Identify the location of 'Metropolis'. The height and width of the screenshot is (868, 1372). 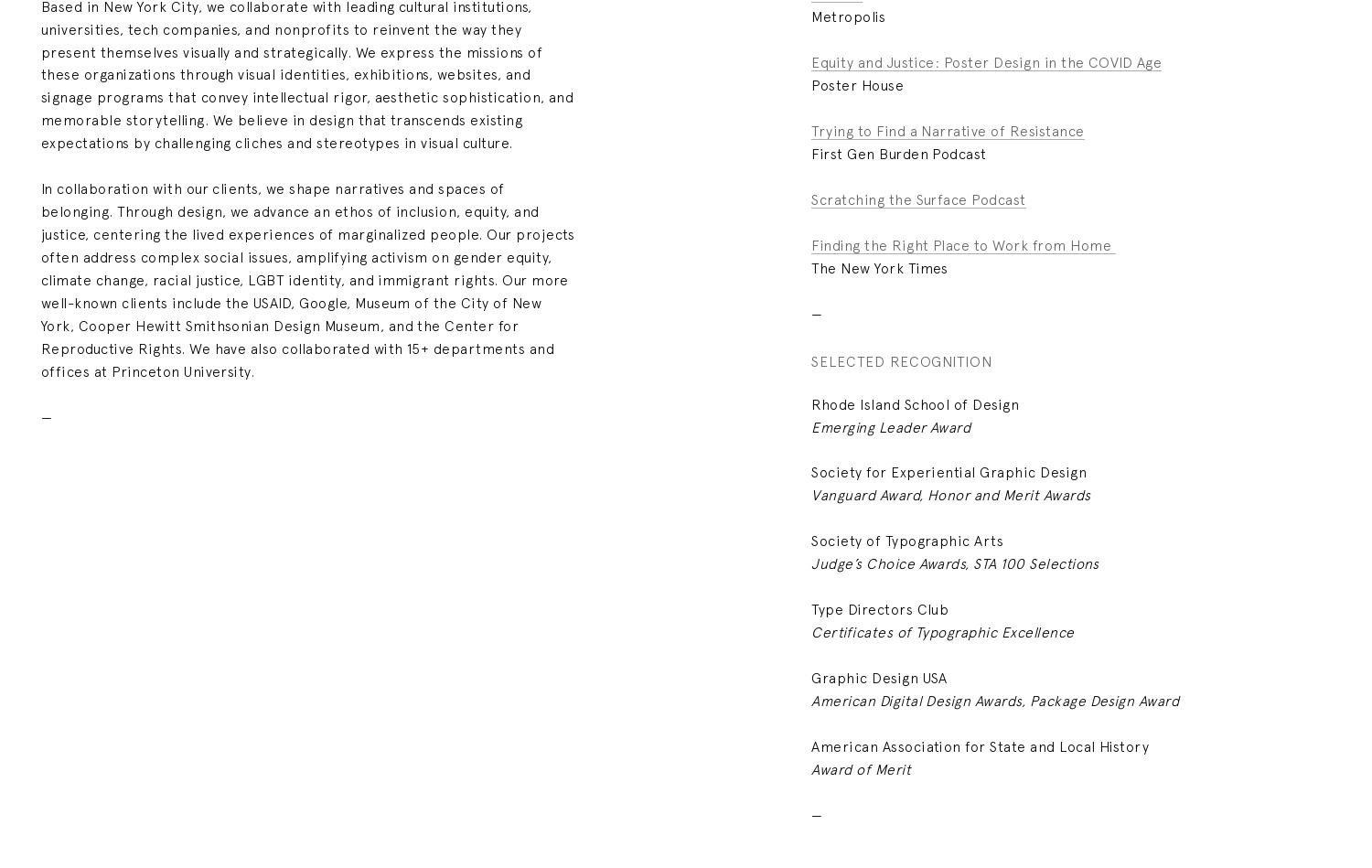
(810, 16).